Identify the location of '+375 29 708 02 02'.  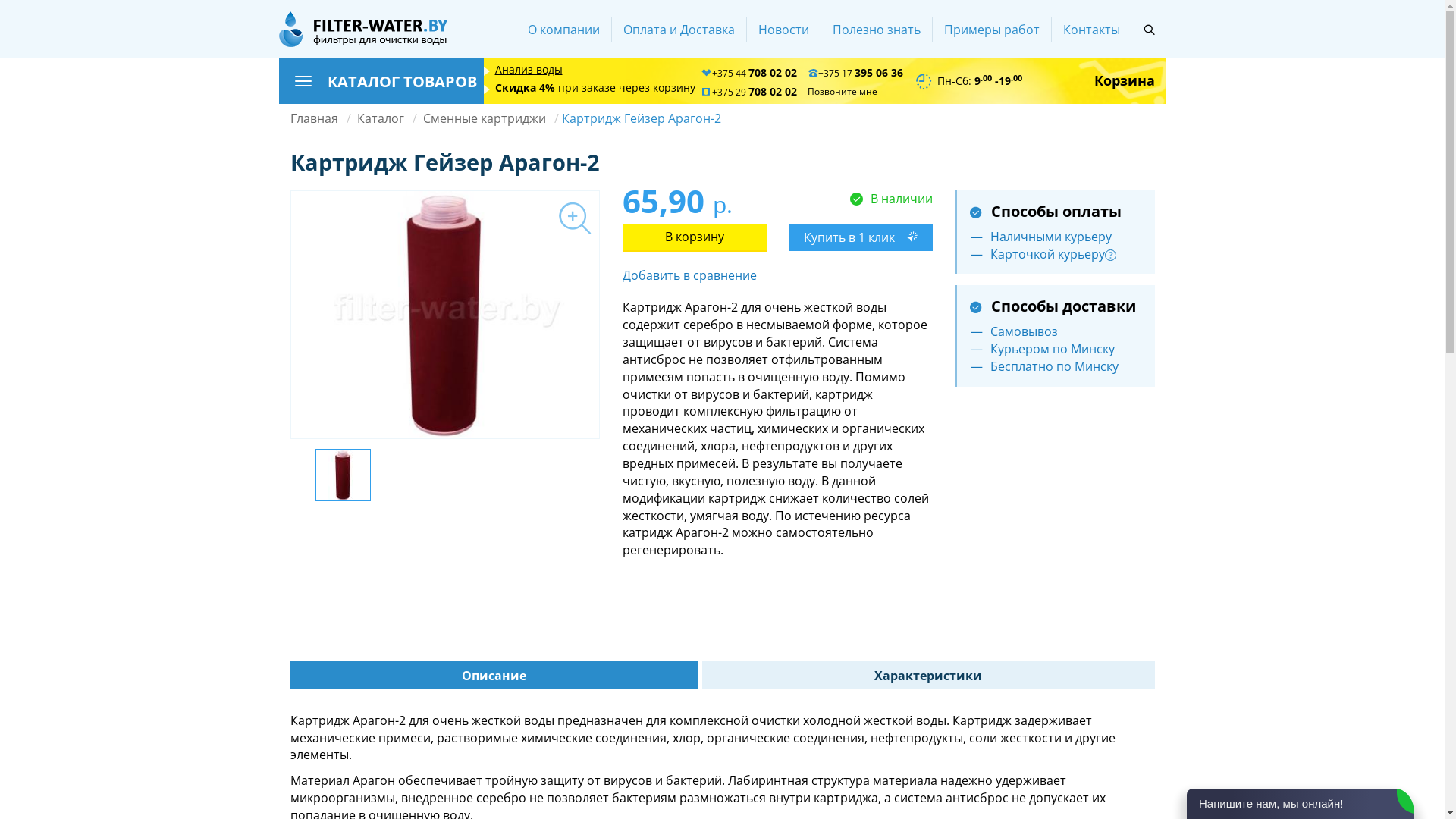
(748, 92).